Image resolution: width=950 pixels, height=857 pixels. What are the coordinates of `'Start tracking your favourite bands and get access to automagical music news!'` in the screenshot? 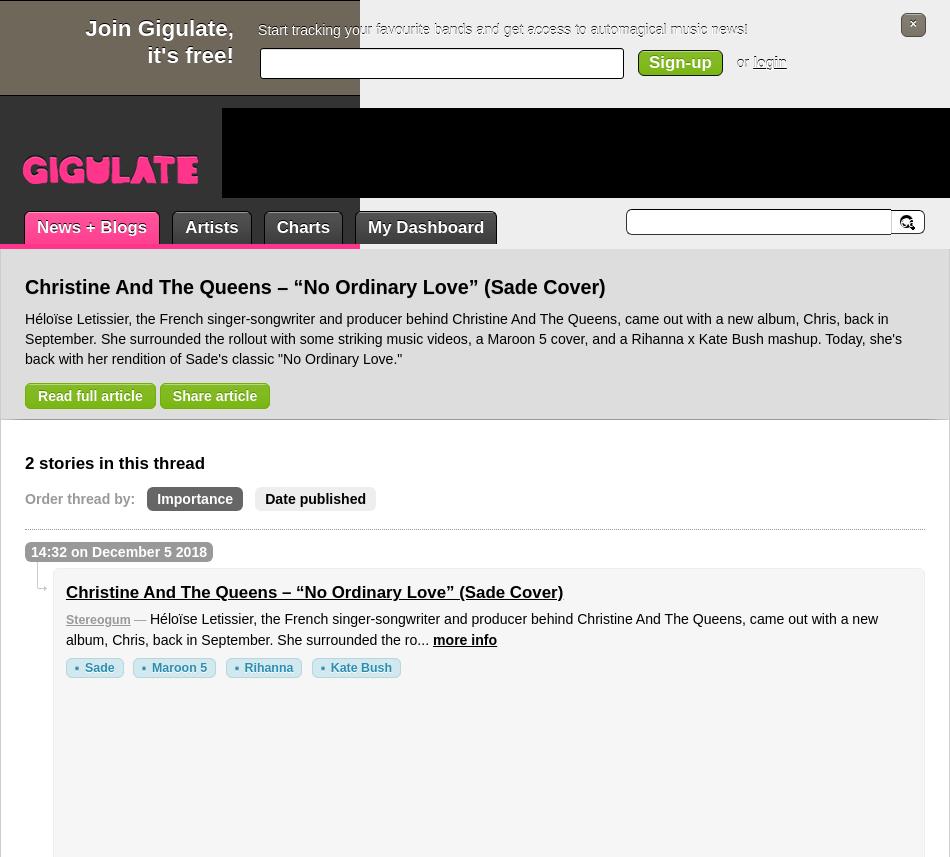 It's located at (502, 29).